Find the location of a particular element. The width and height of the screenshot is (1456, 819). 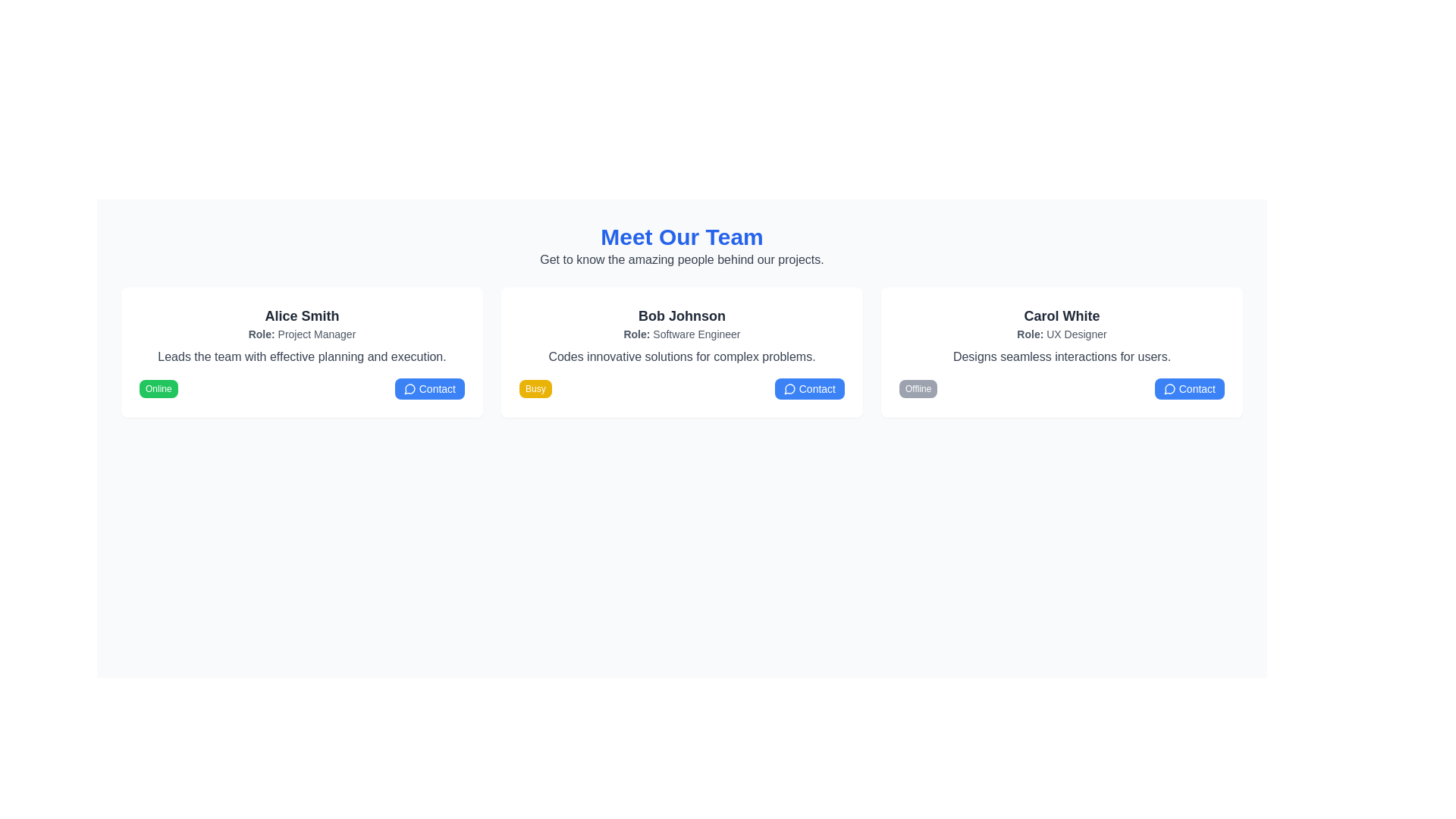

the text label reading 'Carol White', which is styled in bold and dark gray, located at the top center of the rightmost card panel is located at coordinates (1061, 315).